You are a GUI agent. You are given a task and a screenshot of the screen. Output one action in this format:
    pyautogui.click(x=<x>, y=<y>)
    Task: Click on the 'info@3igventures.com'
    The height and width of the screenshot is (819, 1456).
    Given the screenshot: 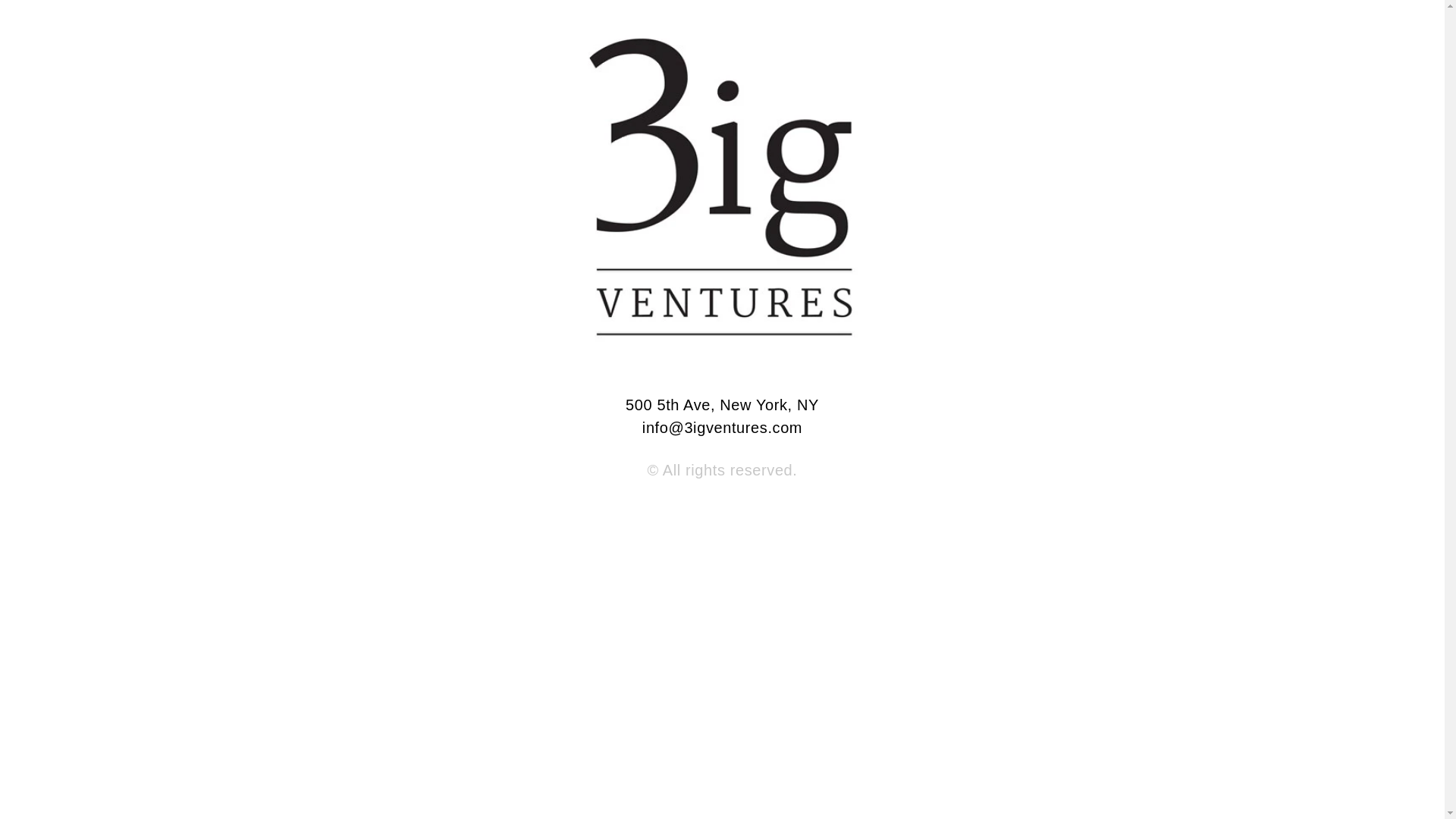 What is the action you would take?
    pyautogui.click(x=721, y=427)
    